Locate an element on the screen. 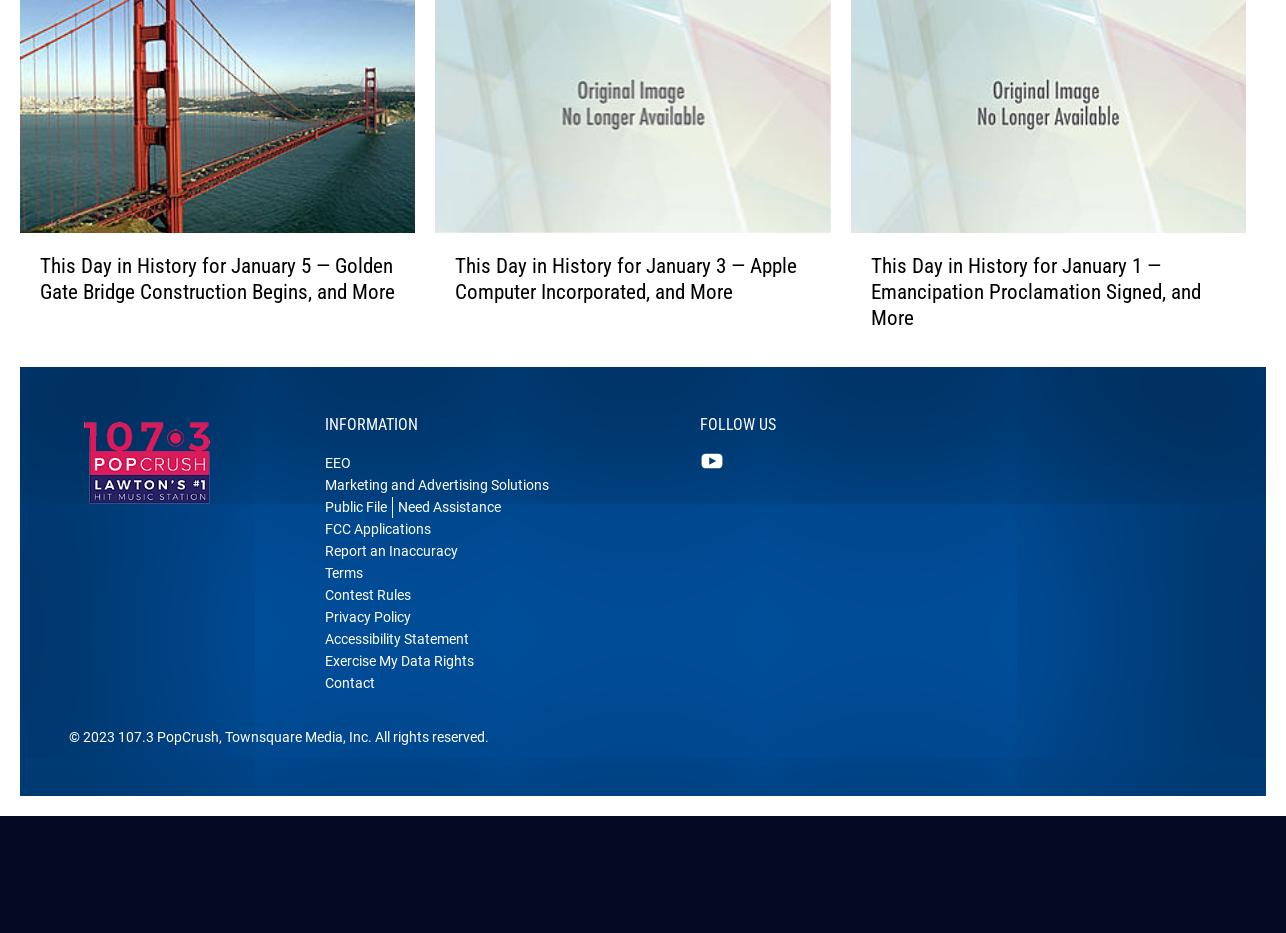  '2023' is located at coordinates (99, 767).